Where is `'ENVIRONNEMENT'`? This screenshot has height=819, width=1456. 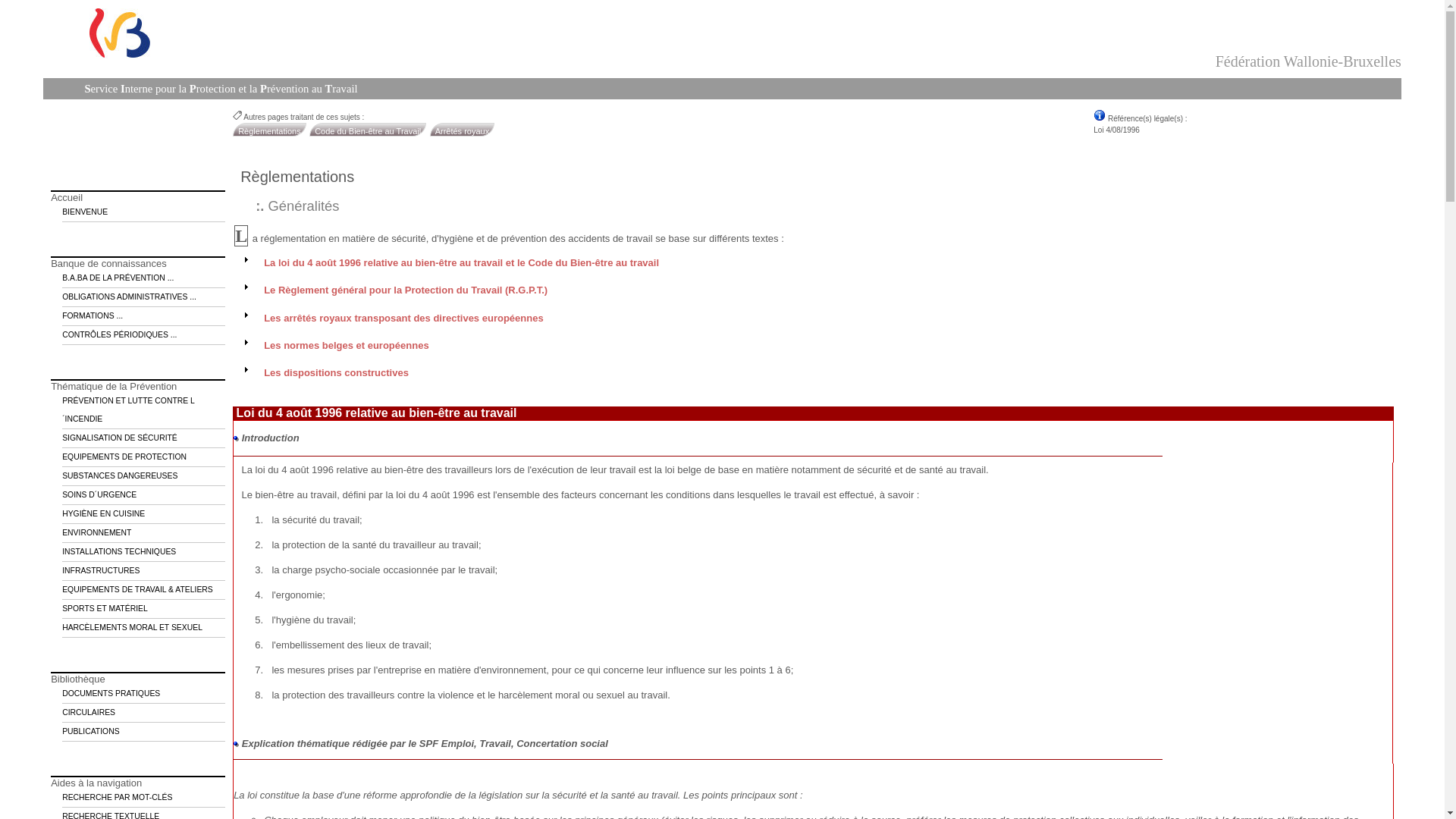 'ENVIRONNEMENT' is located at coordinates (61, 532).